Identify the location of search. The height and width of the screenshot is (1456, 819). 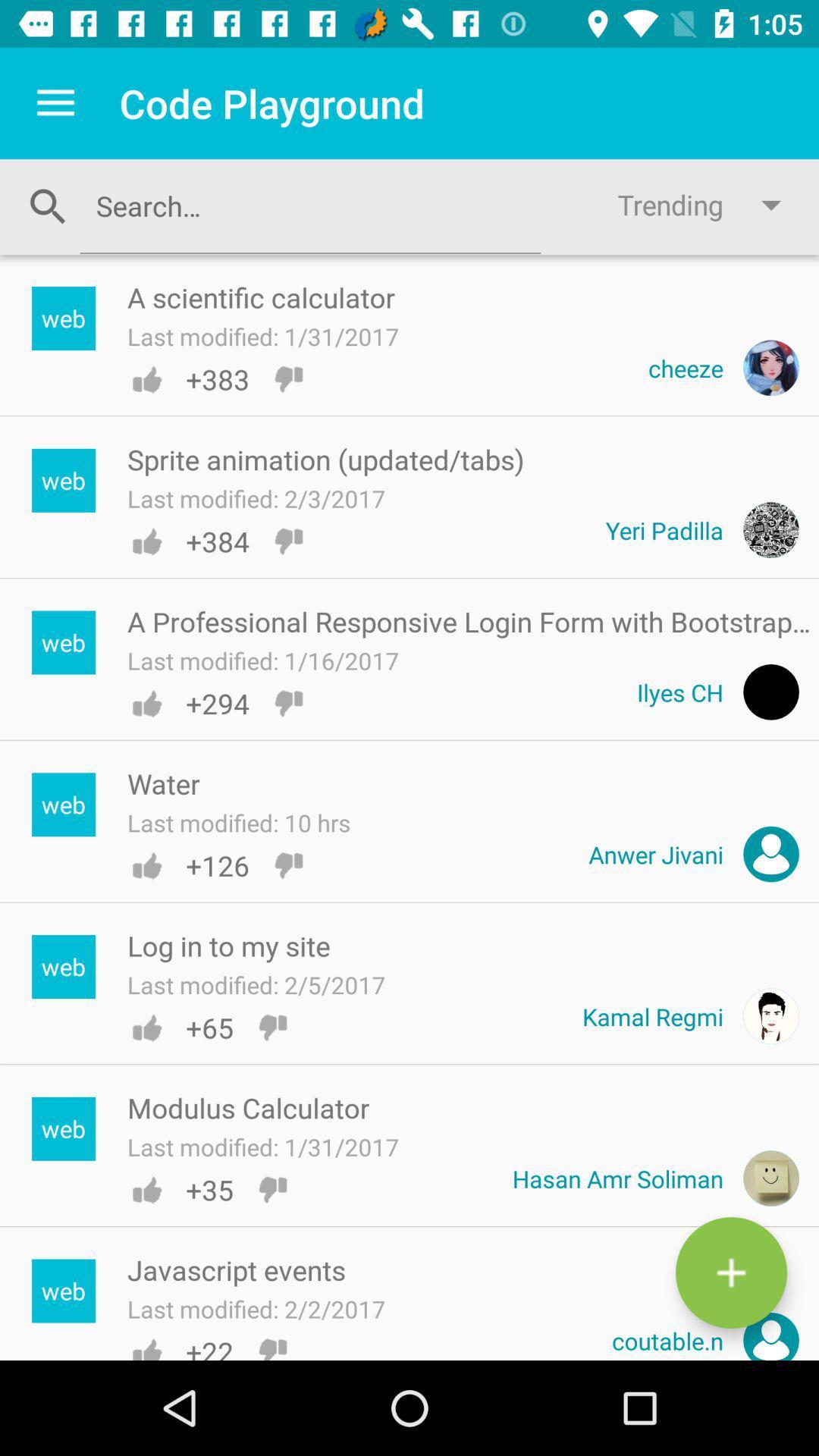
(309, 205).